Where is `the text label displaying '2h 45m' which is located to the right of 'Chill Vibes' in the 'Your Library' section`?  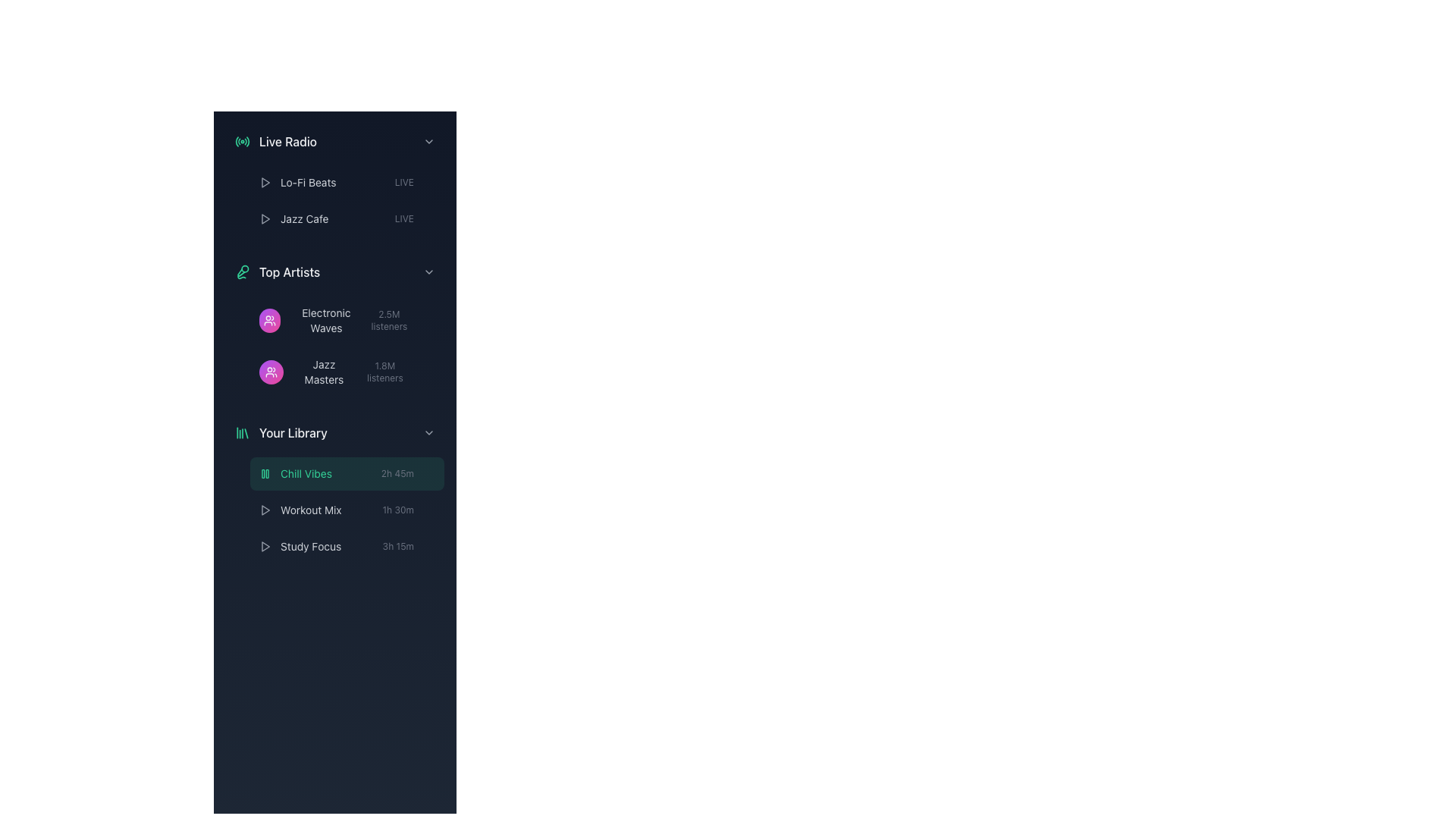 the text label displaying '2h 45m' which is located to the right of 'Chill Vibes' in the 'Your Library' section is located at coordinates (397, 472).